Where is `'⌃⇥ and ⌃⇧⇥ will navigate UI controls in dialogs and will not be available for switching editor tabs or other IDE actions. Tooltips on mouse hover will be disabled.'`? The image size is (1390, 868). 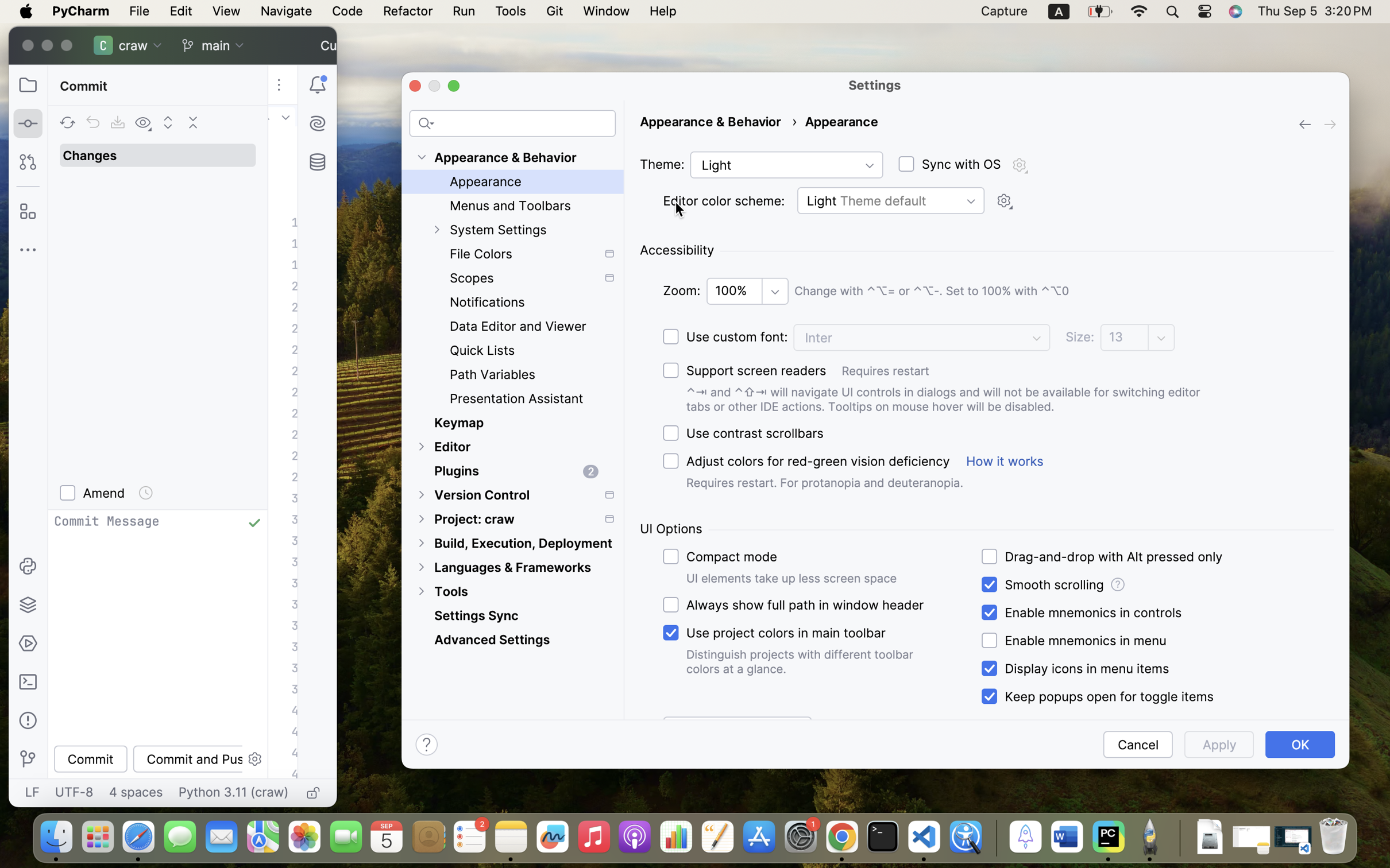 '⌃⇥ and ⌃⇧⇥ will navigate UI controls in dialogs and will not be available for switching editor tabs or other IDE actions. Tooltips on mouse hover will be disabled.' is located at coordinates (956, 400).